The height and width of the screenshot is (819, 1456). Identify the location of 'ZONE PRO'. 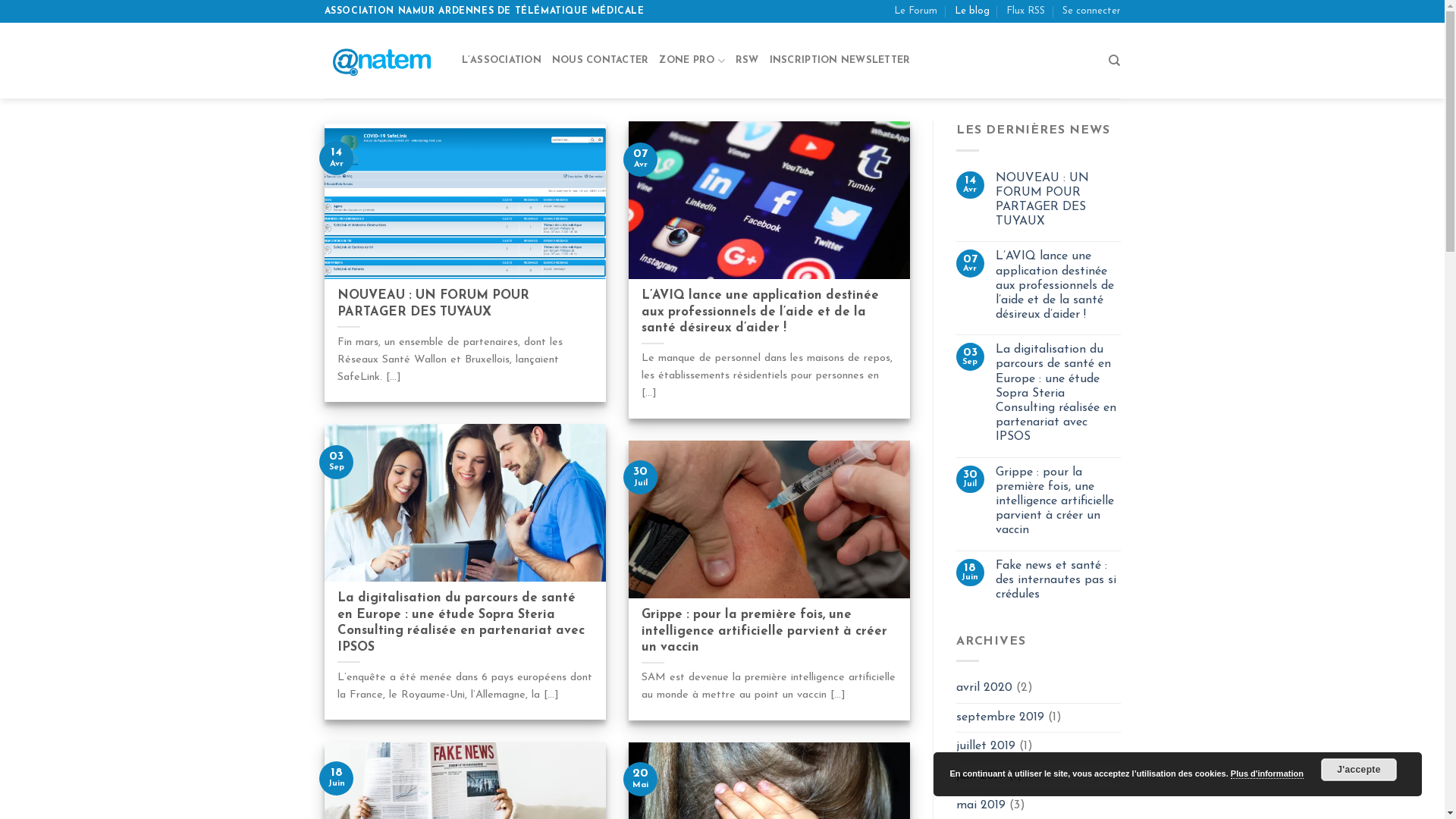
(691, 60).